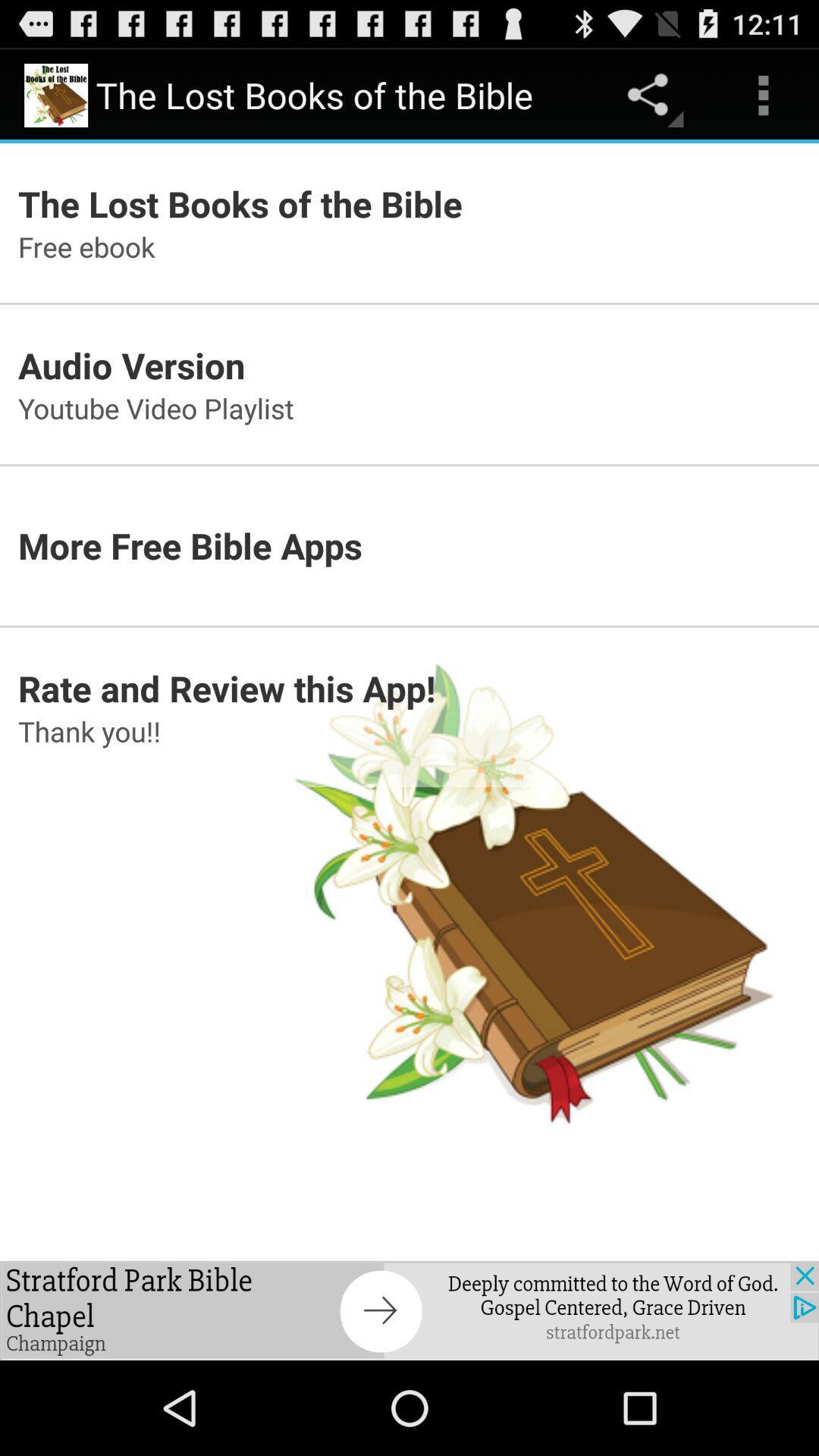 Image resolution: width=819 pixels, height=1456 pixels. I want to click on pop up advertisement, so click(409, 1310).